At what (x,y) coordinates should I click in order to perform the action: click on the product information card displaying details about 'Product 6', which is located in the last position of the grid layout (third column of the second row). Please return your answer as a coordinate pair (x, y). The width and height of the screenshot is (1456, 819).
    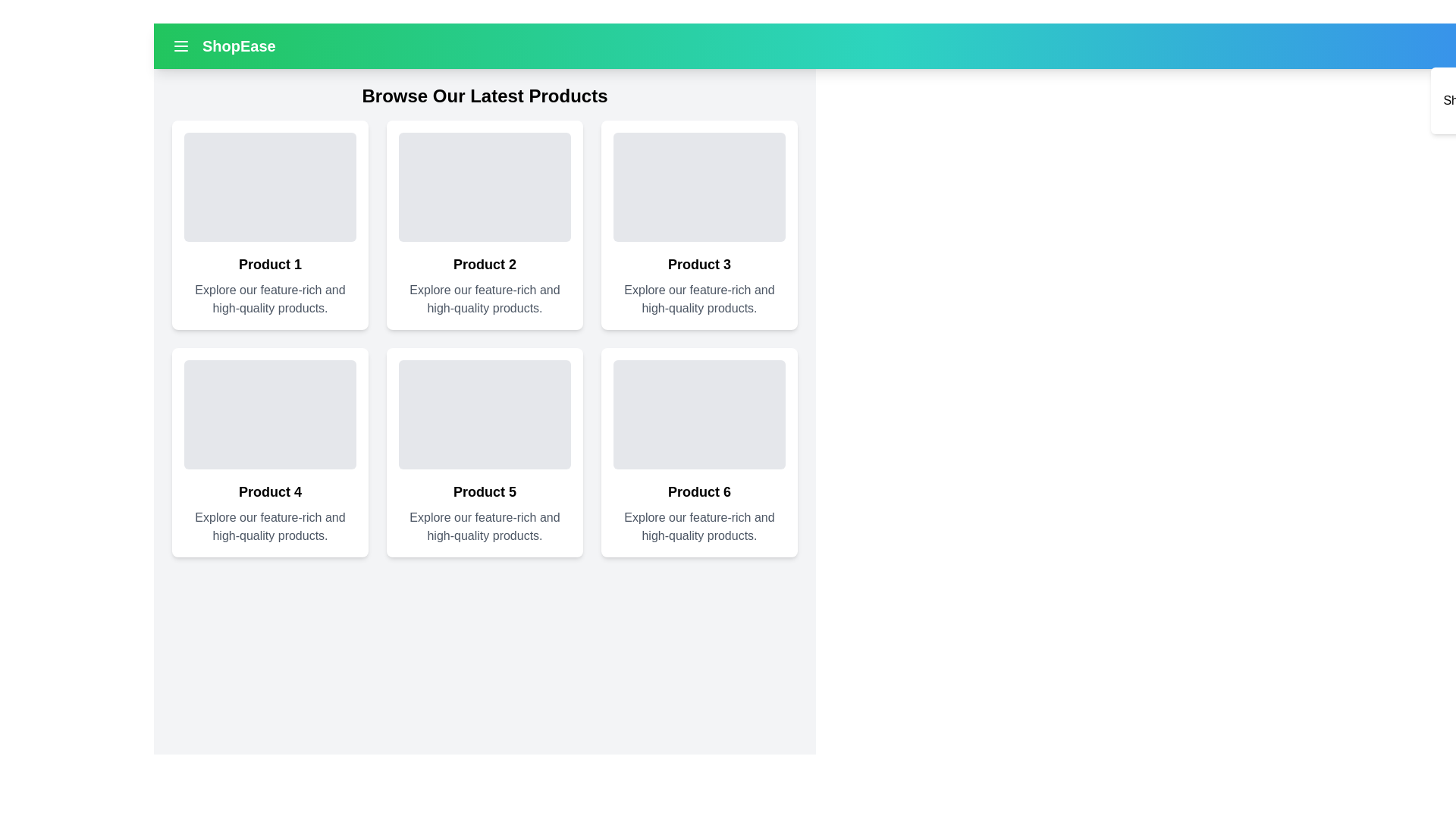
    Looking at the image, I should click on (698, 452).